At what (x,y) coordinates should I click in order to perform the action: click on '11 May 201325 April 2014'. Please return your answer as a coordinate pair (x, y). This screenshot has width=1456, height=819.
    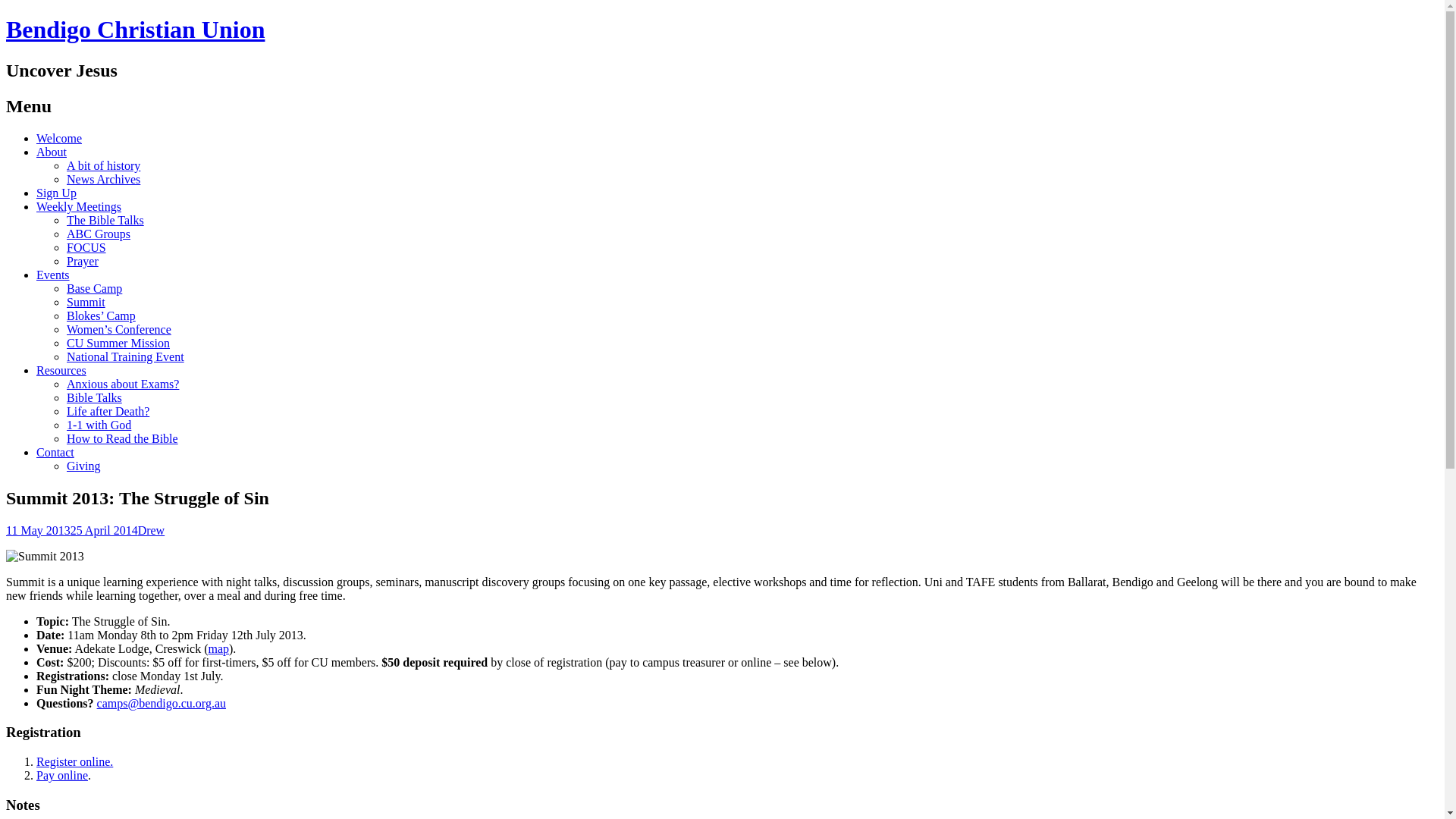
    Looking at the image, I should click on (71, 529).